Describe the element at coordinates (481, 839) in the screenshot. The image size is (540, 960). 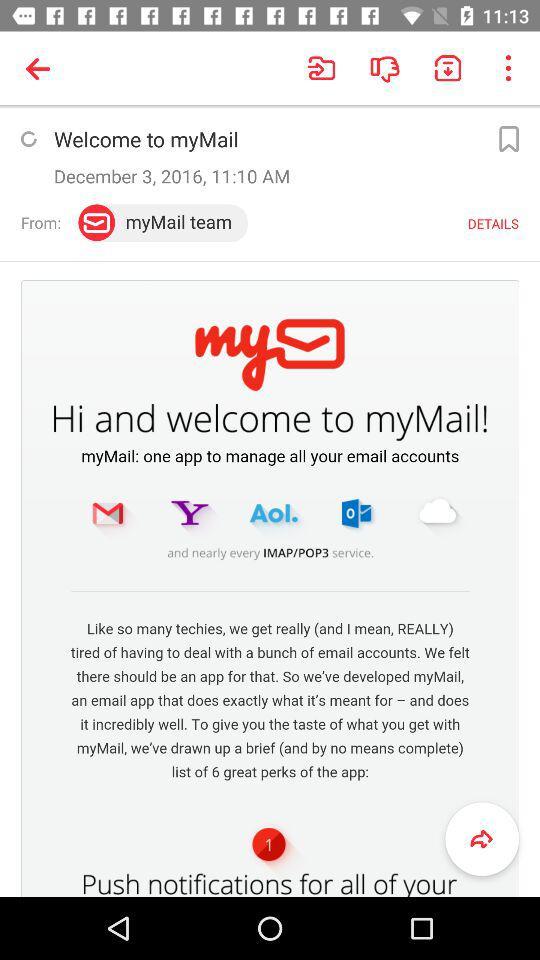
I see `go back` at that location.